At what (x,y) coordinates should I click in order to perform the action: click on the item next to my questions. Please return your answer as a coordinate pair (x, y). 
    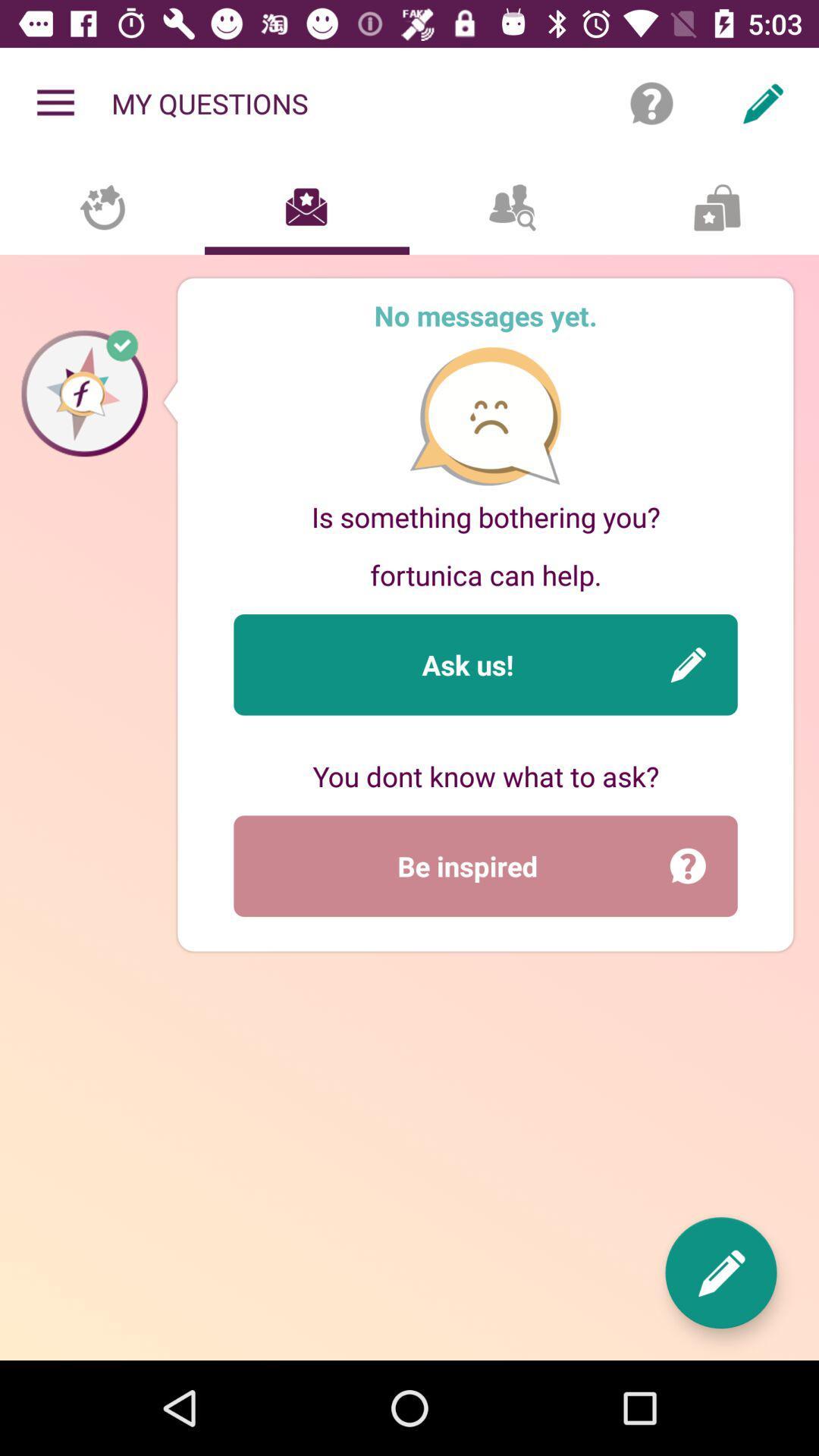
    Looking at the image, I should click on (55, 102).